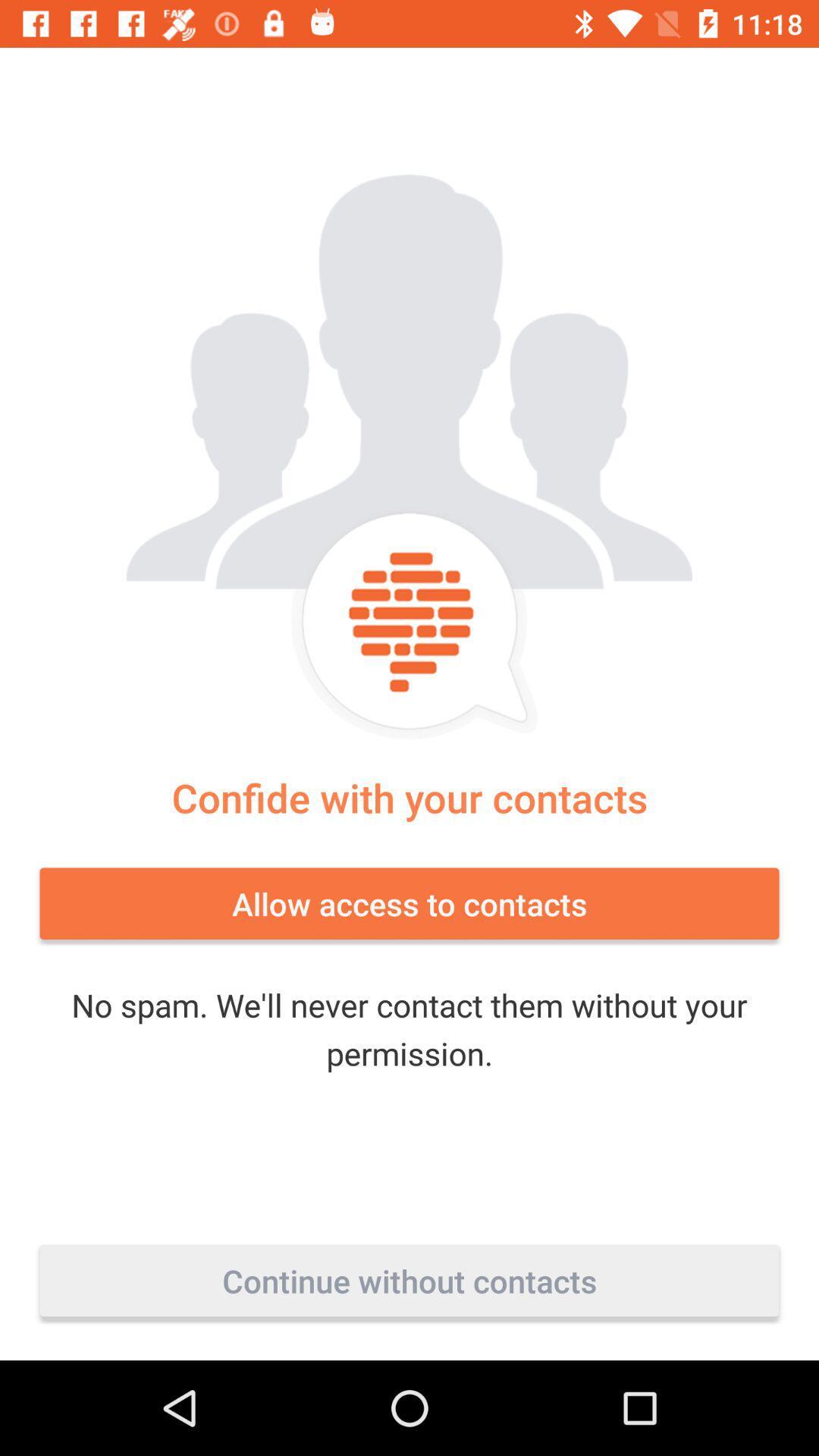  Describe the element at coordinates (409, 1280) in the screenshot. I see `the continue without contacts item` at that location.